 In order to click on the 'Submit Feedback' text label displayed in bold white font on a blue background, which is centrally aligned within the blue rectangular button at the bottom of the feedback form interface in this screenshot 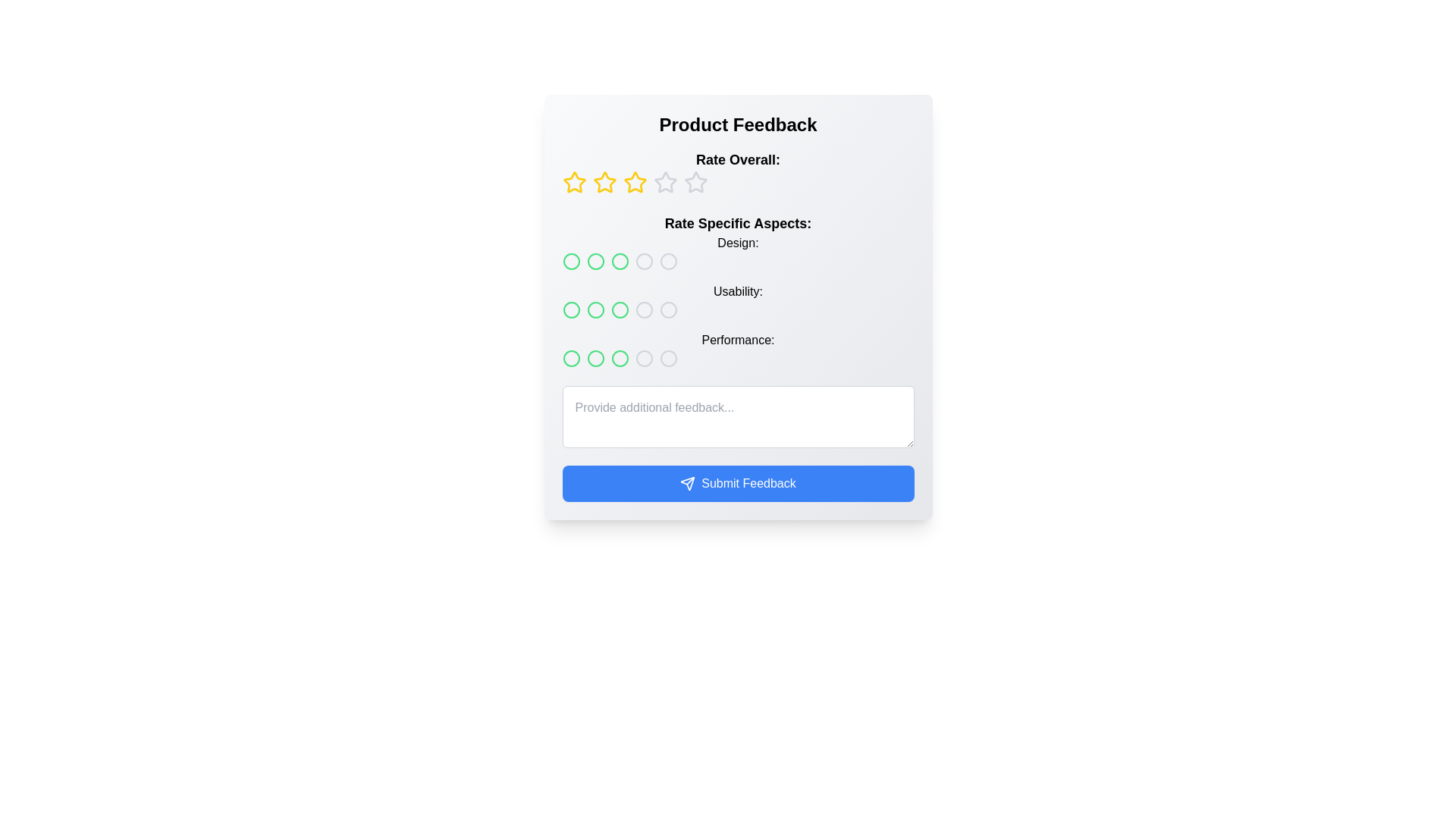, I will do `click(748, 483)`.